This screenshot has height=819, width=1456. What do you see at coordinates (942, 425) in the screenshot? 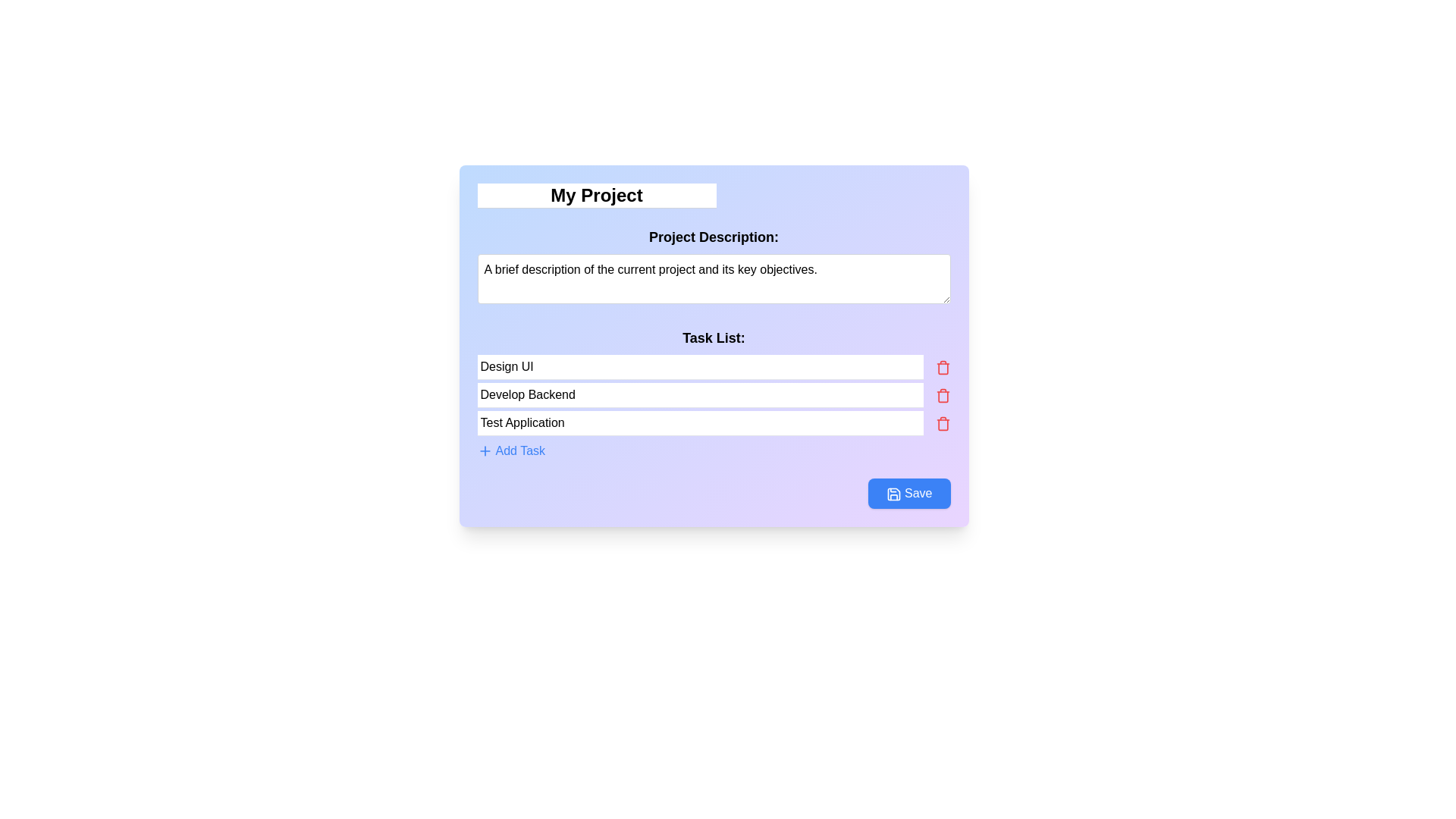
I see `the middle component of the trash can icon, which visually represents the delete operation for associated tasks, located adjacent to the 'Test Application' input field` at bounding box center [942, 425].